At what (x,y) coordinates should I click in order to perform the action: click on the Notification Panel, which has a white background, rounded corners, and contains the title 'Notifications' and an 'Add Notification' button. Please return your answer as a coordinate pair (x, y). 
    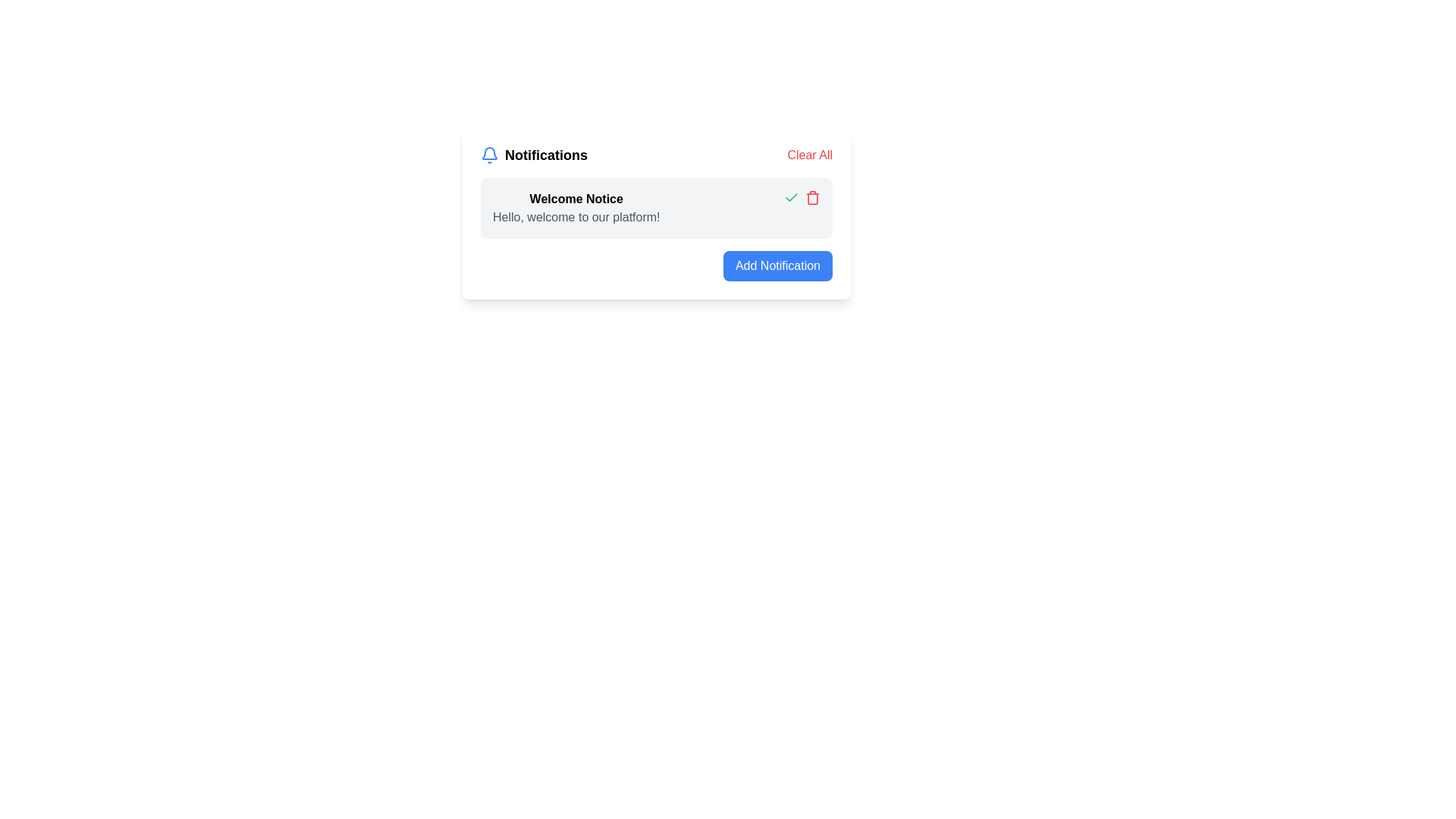
    Looking at the image, I should click on (656, 213).